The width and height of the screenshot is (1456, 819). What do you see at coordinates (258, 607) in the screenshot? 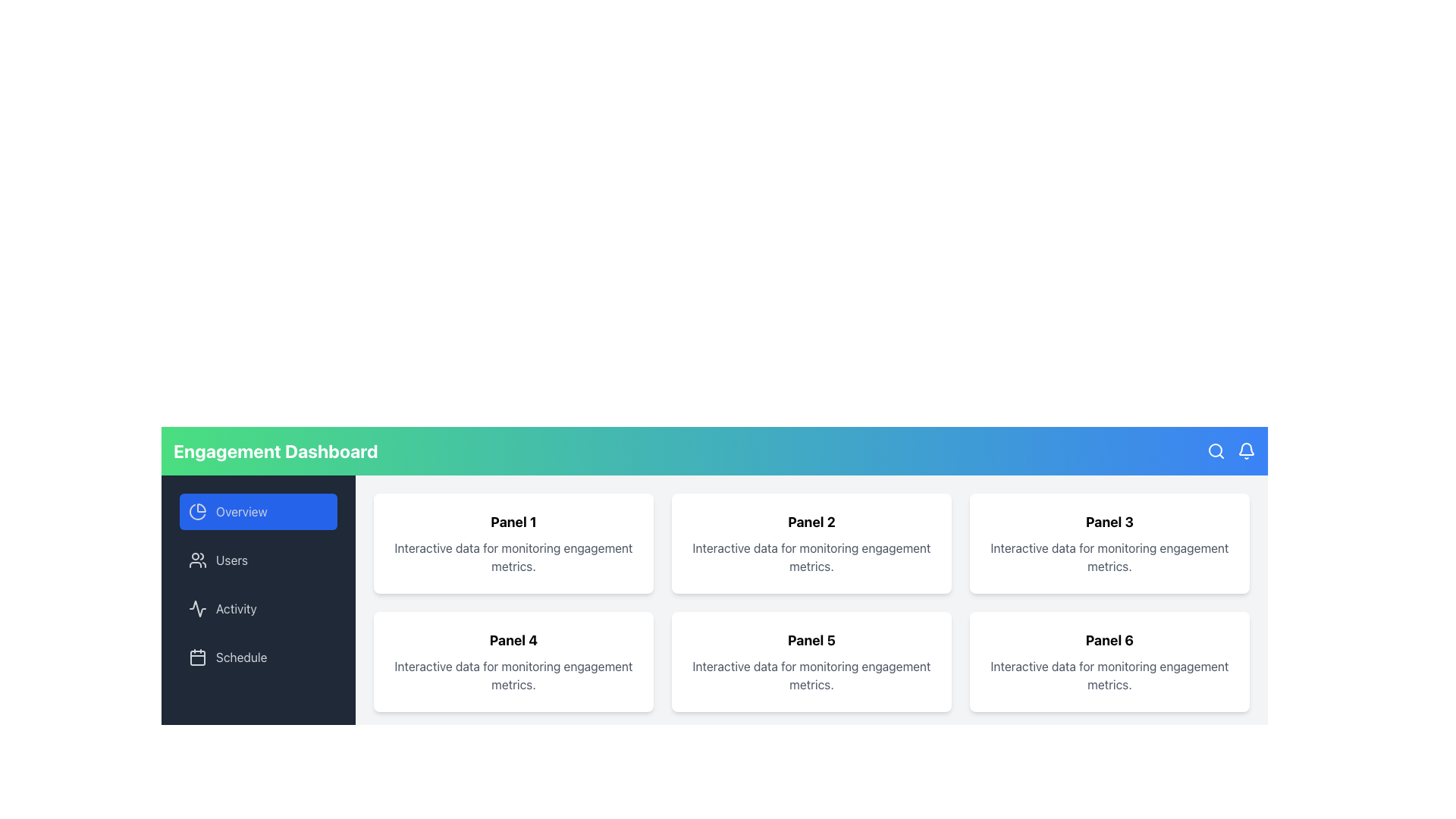
I see `the 'Activity' button located in the vertical menu on the left side of the interface, which is the third option in the list` at bounding box center [258, 607].